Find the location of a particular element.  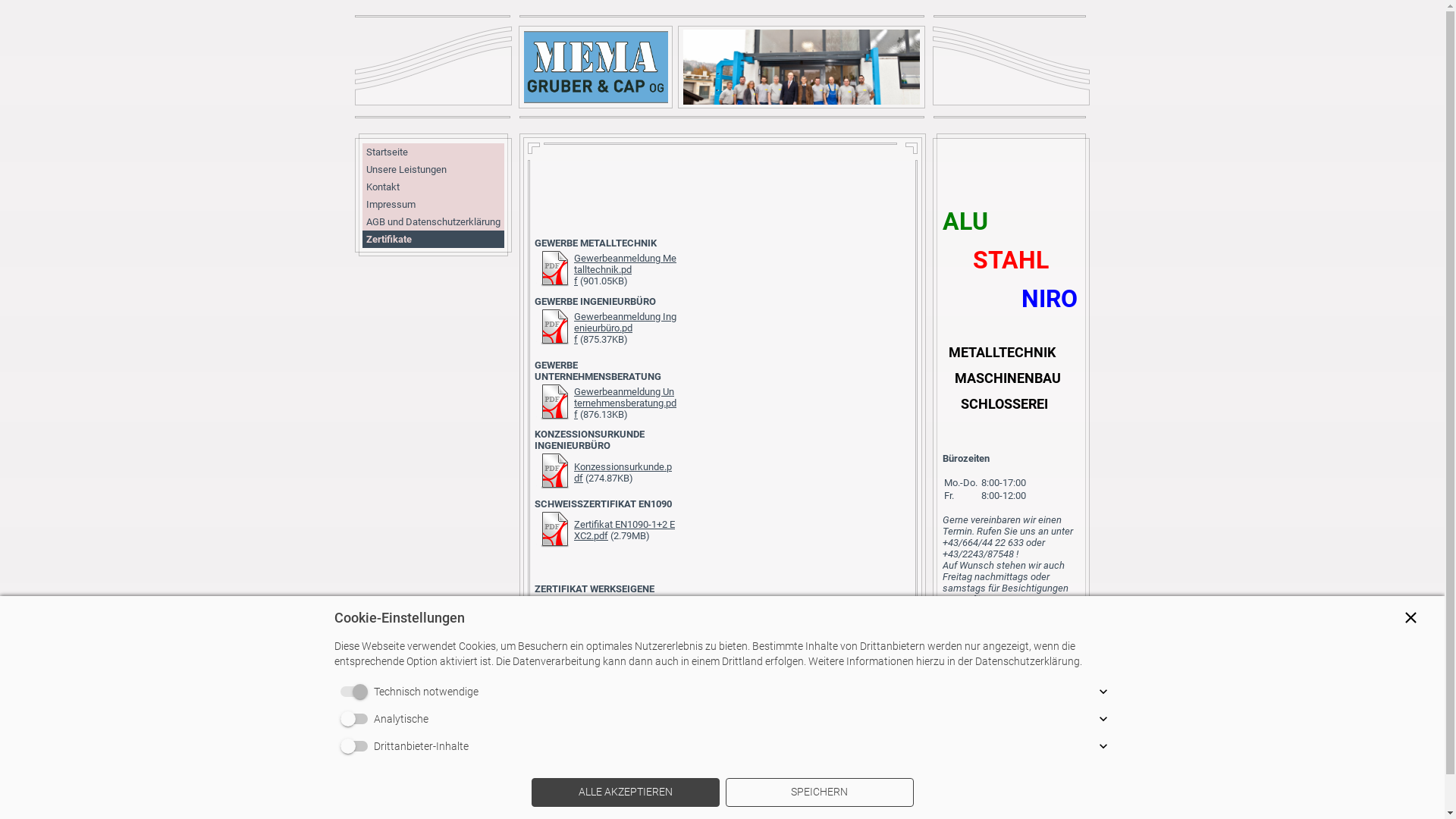

'ALLE AKZEPTIEREN' is located at coordinates (625, 792).